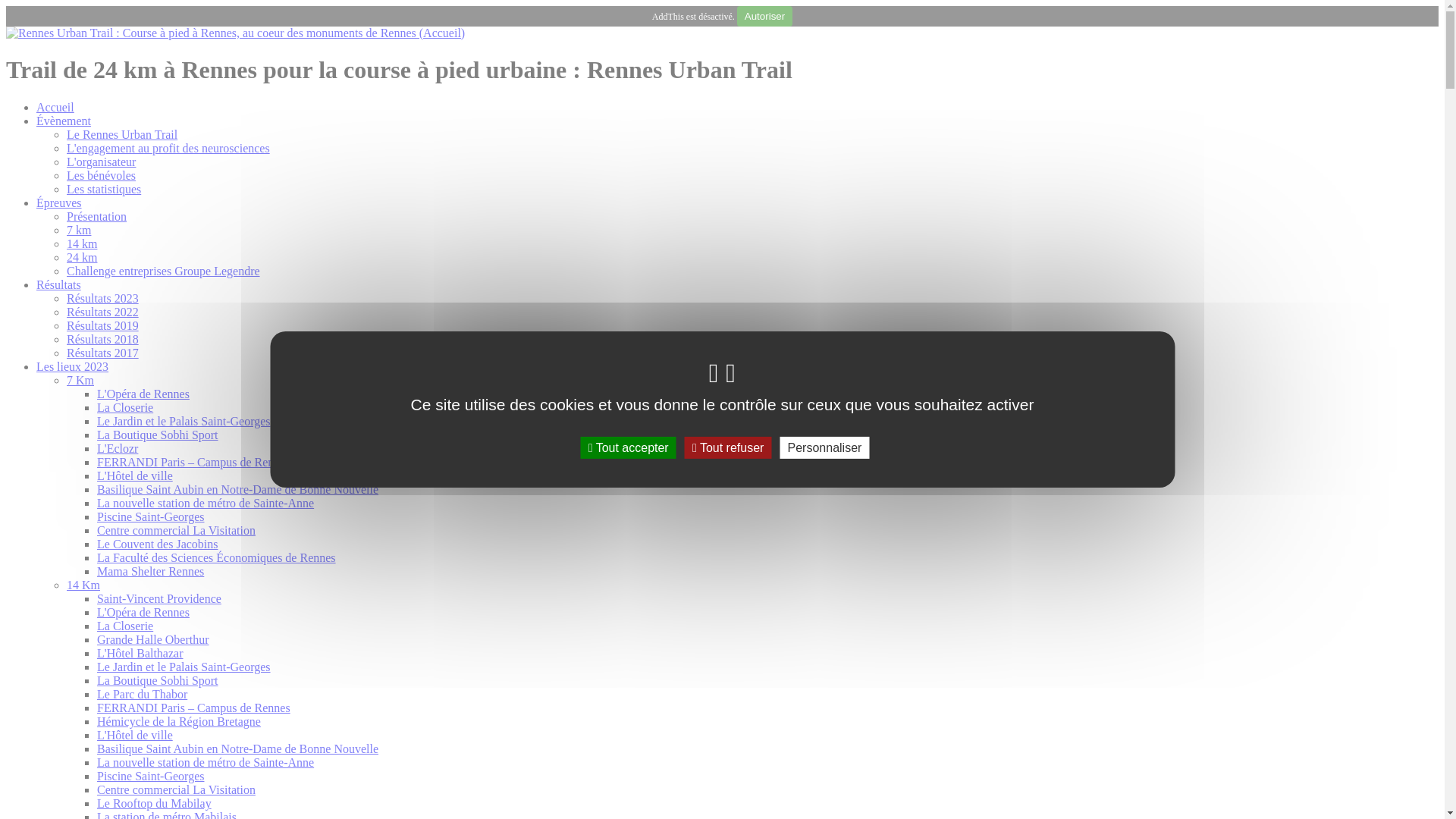 This screenshot has height=819, width=1456. What do you see at coordinates (65, 379) in the screenshot?
I see `'7 Km'` at bounding box center [65, 379].